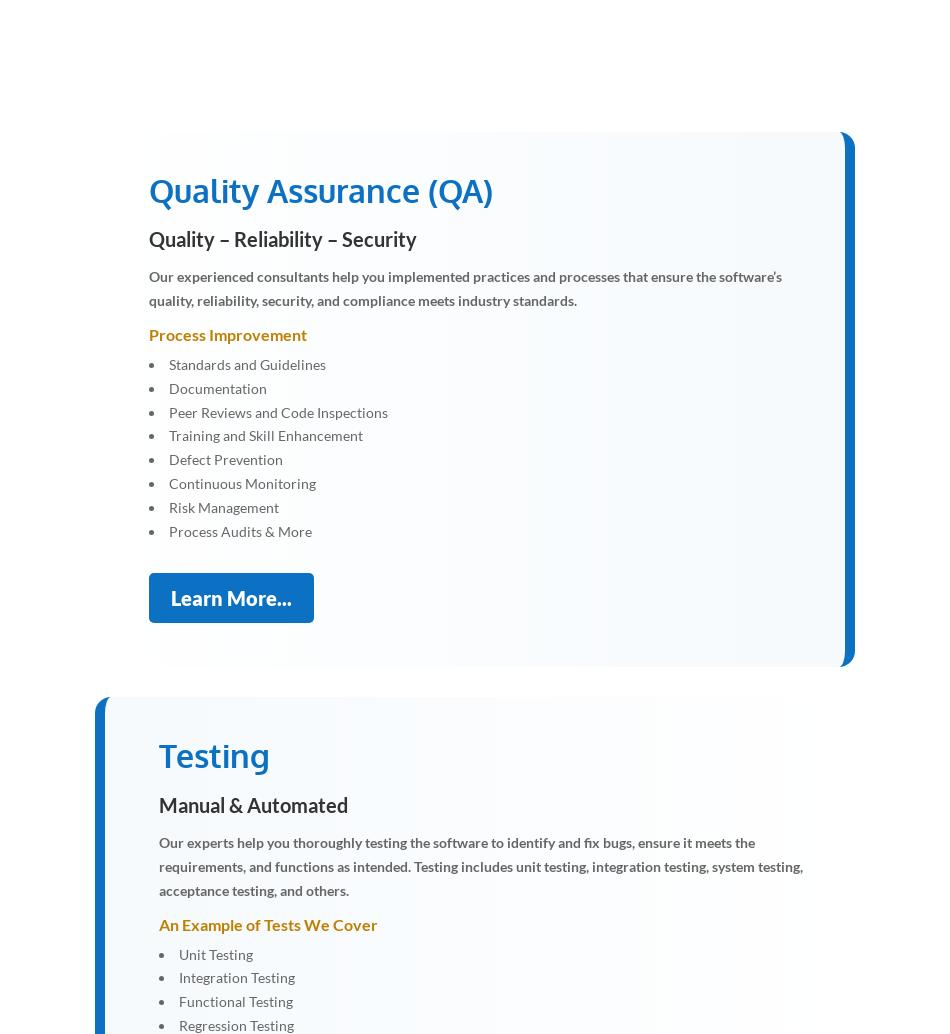 The image size is (950, 1034). Describe the element at coordinates (252, 803) in the screenshot. I see `'Manual & Automated'` at that location.